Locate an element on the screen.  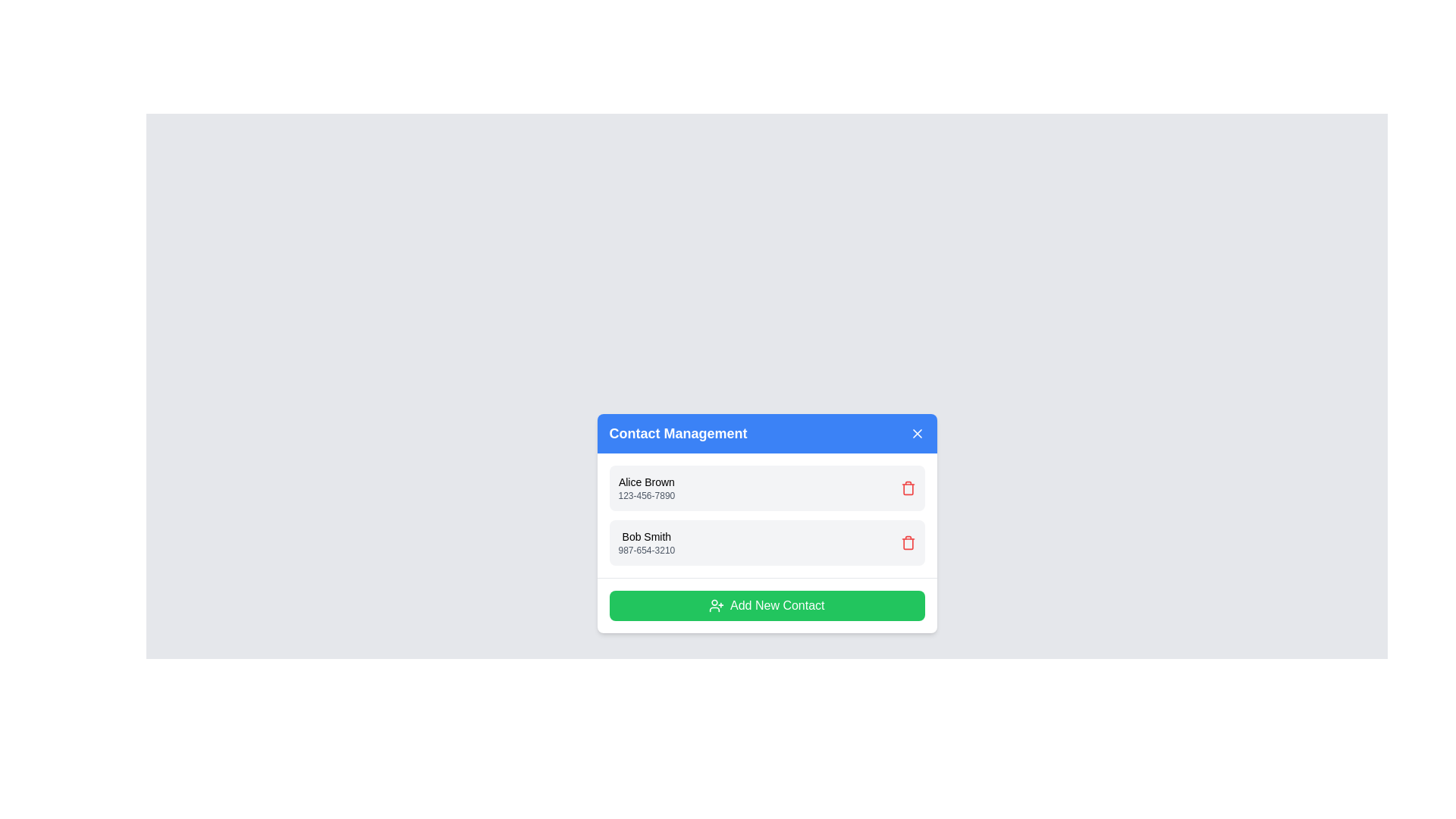
trash icon next to the contact named Bob Smith to remove it is located at coordinates (908, 541).